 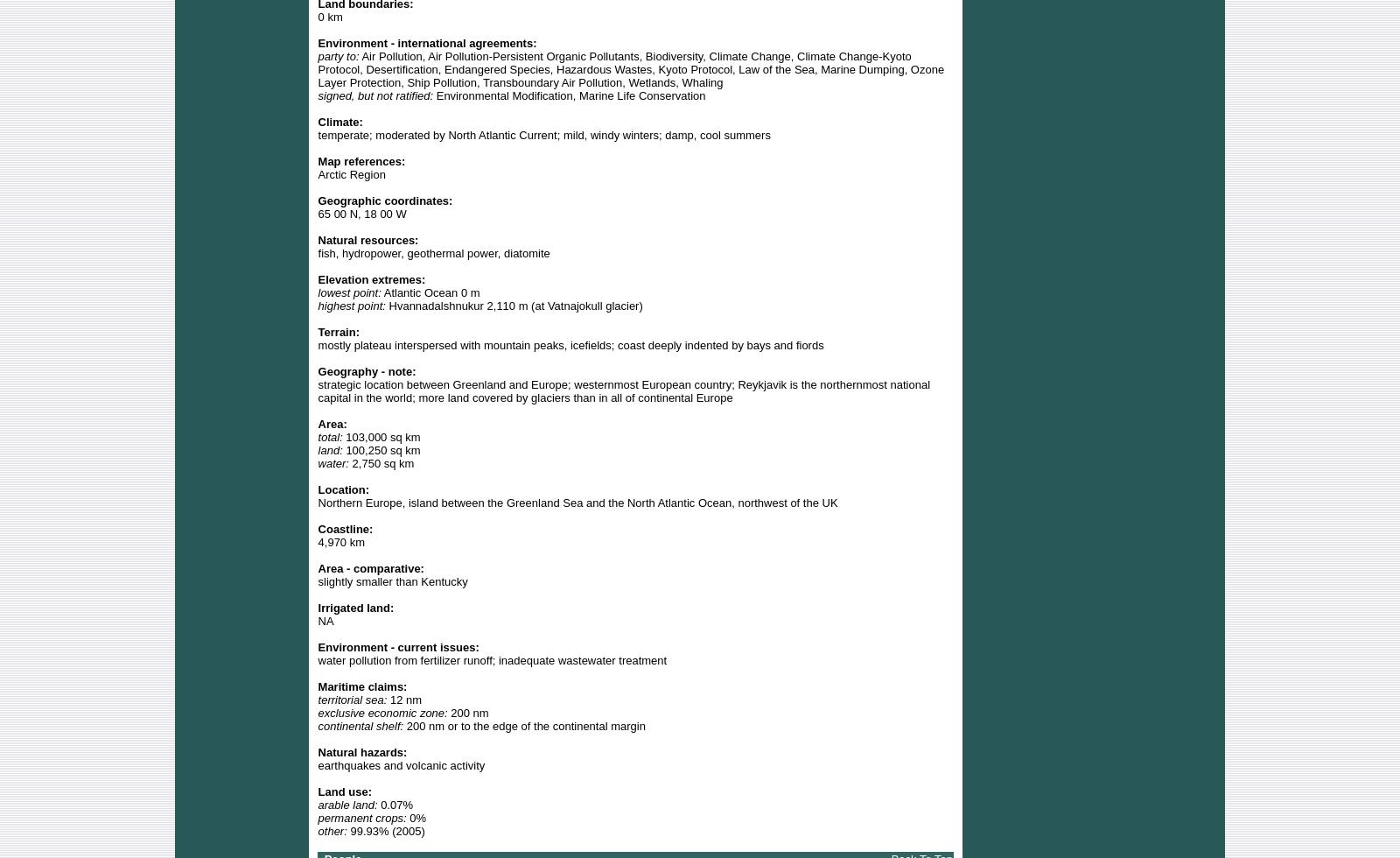 I want to click on 'temperate; moderated by North Atlantic Current; mild, windy winters; damp, cool summers', so click(x=543, y=134).